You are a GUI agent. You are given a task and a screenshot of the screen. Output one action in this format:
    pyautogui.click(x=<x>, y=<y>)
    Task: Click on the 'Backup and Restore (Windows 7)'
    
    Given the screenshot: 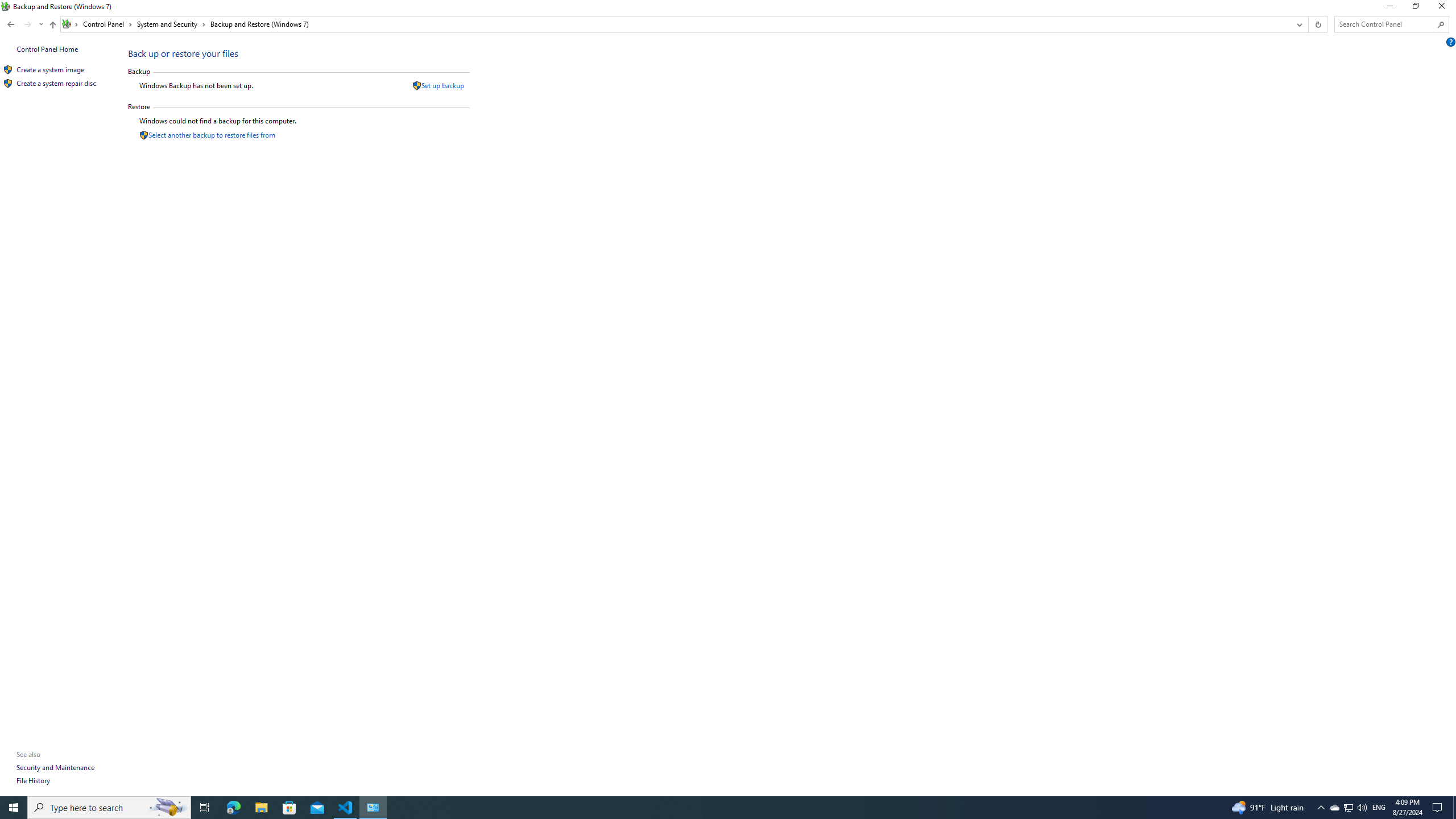 What is the action you would take?
    pyautogui.click(x=259, y=24)
    